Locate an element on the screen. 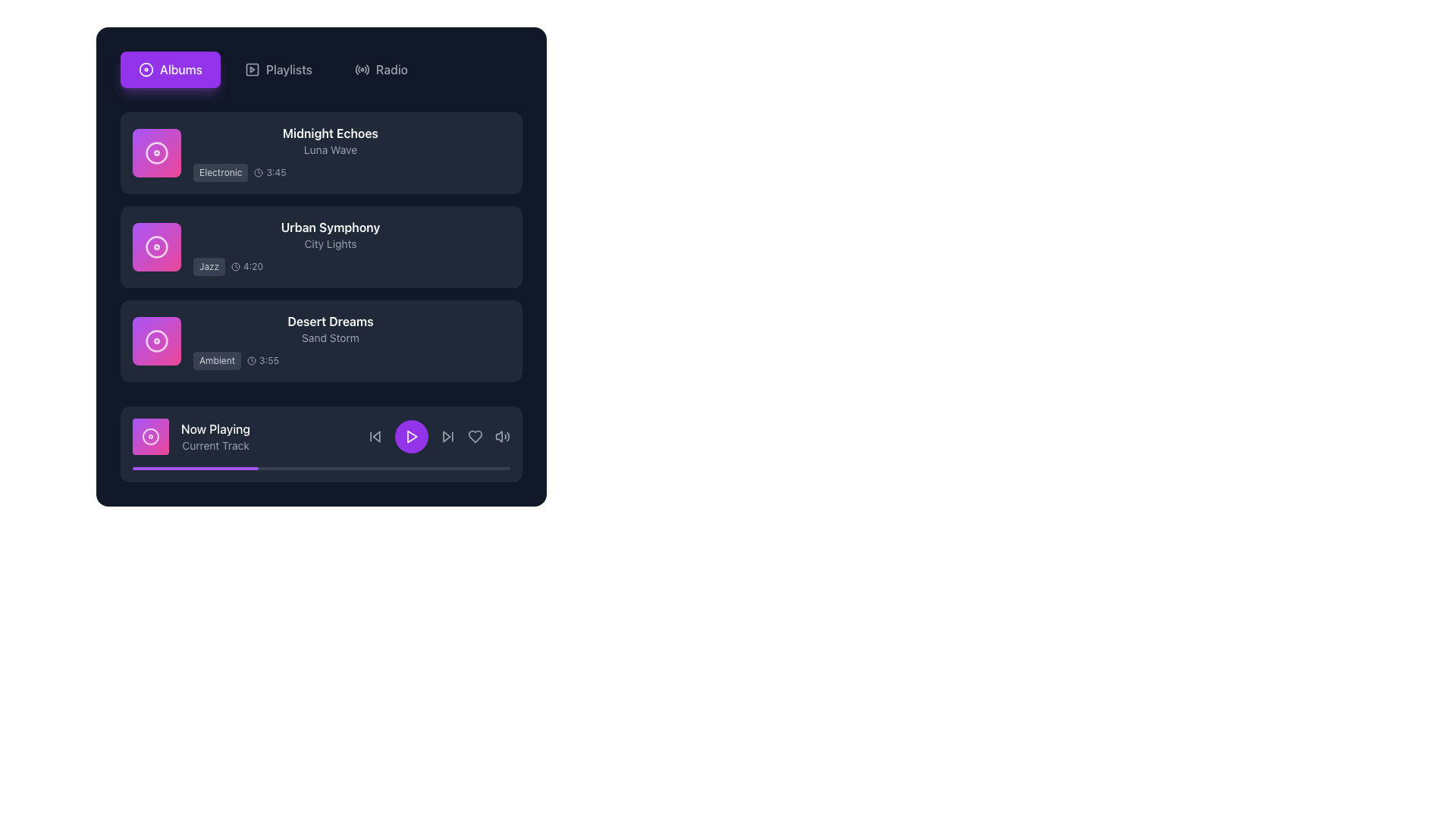 Image resolution: width=1456 pixels, height=819 pixels. the triangular-shaped play icon with a purple background located is located at coordinates (411, 436).